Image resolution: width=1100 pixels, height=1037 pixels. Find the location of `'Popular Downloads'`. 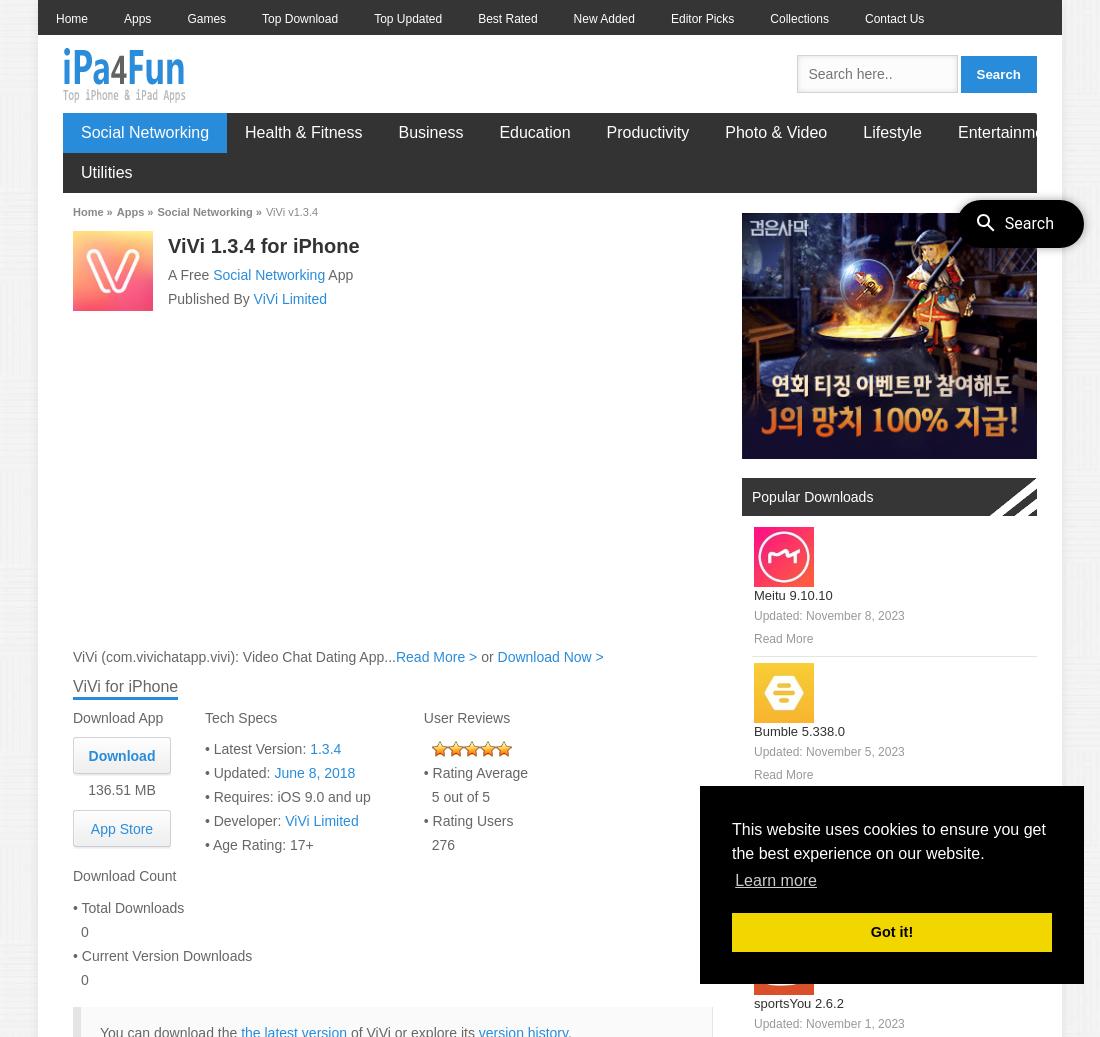

'Popular Downloads' is located at coordinates (812, 496).